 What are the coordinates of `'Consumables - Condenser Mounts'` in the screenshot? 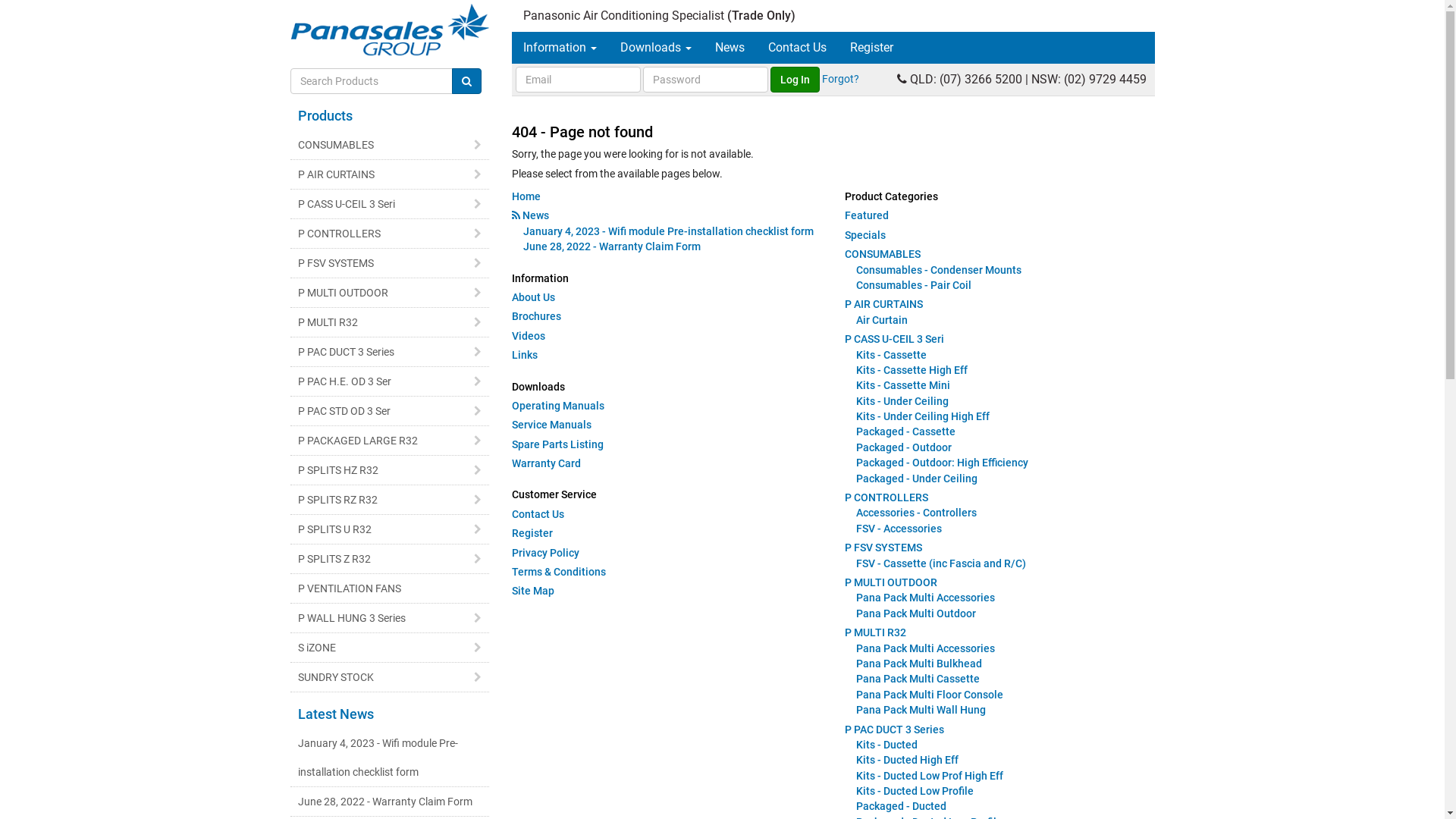 It's located at (938, 268).